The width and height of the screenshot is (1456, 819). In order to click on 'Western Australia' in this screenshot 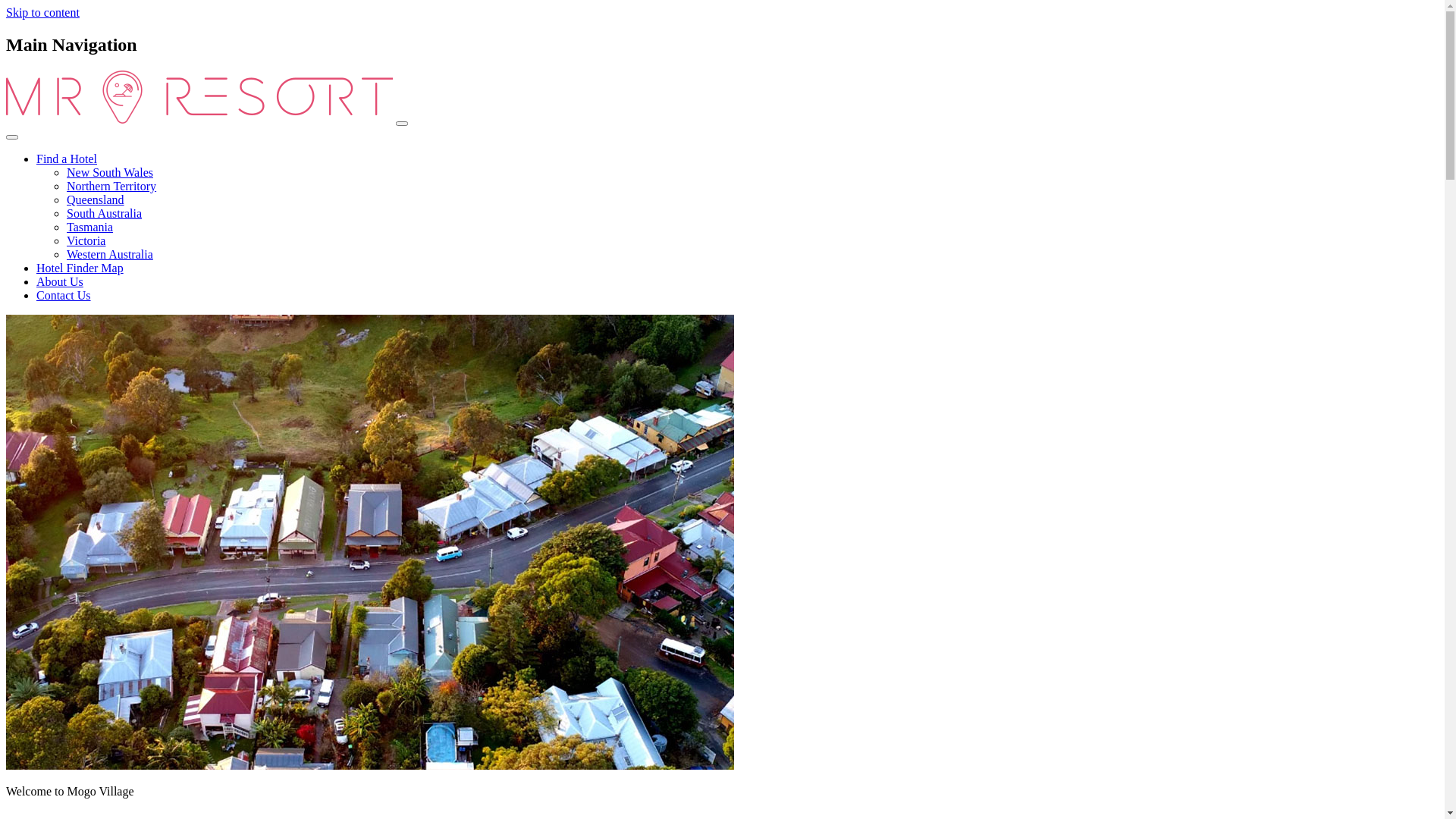, I will do `click(108, 253)`.